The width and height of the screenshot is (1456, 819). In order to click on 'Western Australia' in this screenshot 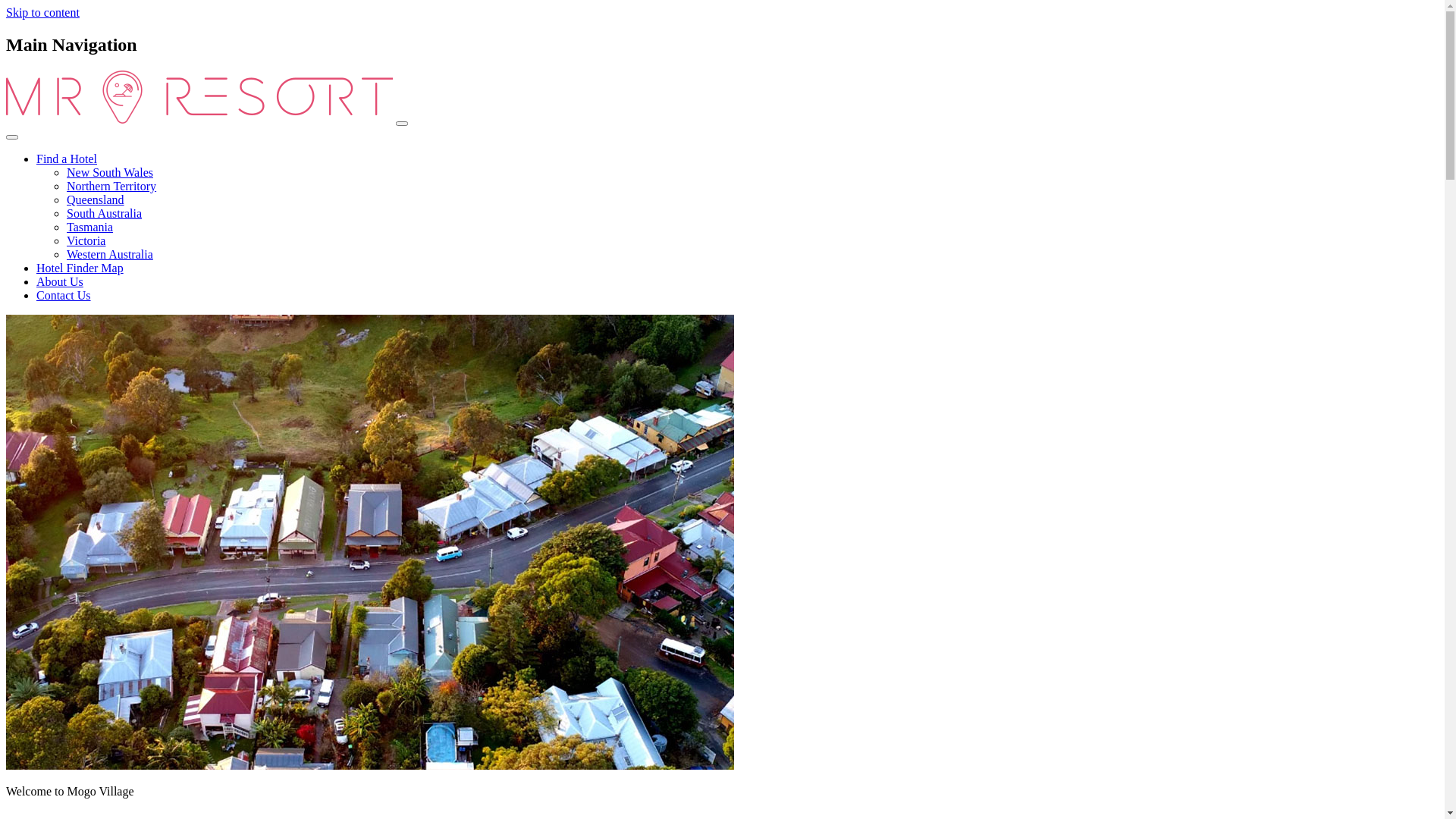, I will do `click(108, 253)`.